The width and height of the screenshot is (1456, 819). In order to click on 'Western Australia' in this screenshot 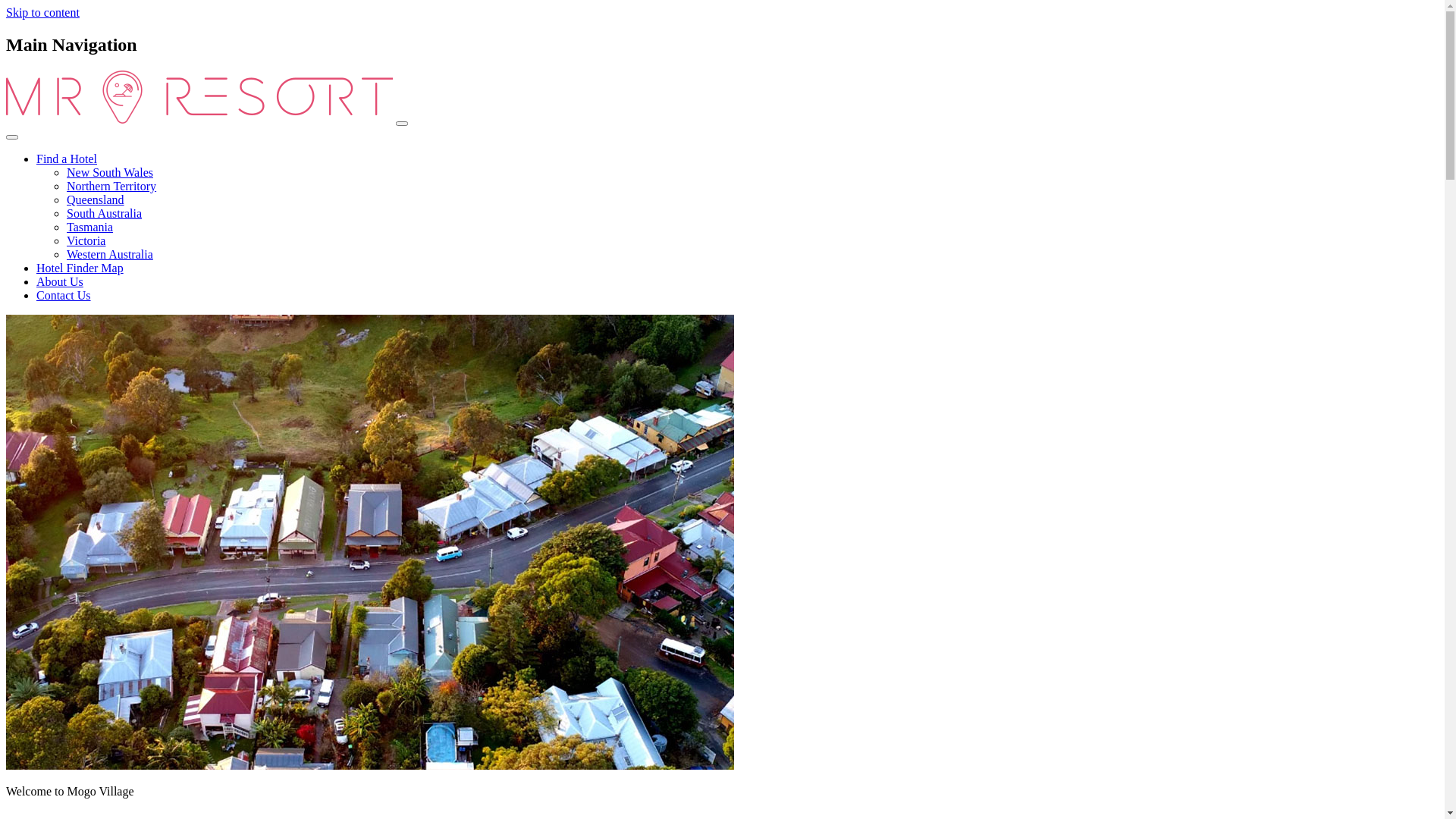, I will do `click(108, 253)`.